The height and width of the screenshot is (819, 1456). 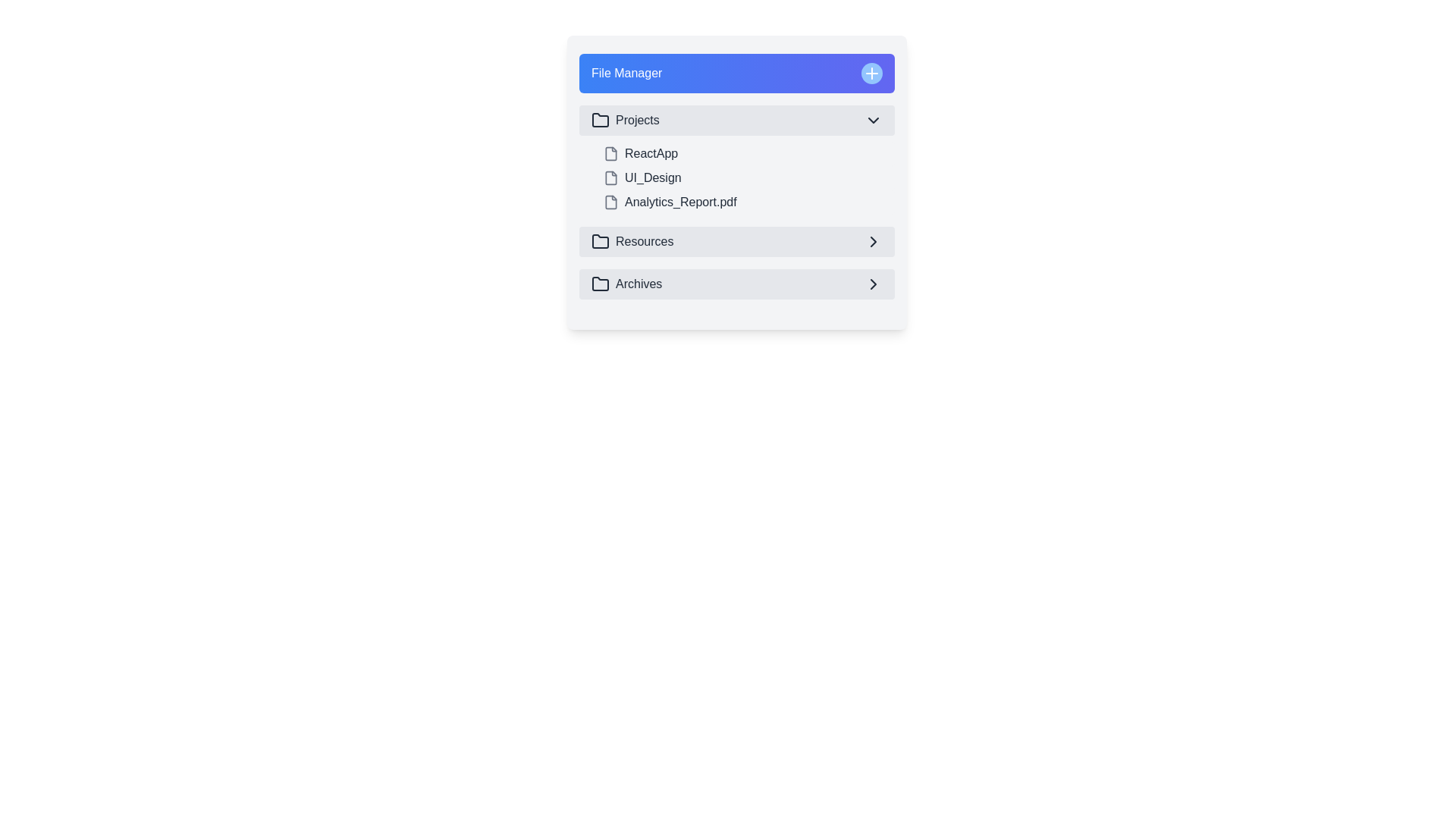 What do you see at coordinates (611, 201) in the screenshot?
I see `the gray file icon representing 'Analytics_Report.pdf' located` at bounding box center [611, 201].